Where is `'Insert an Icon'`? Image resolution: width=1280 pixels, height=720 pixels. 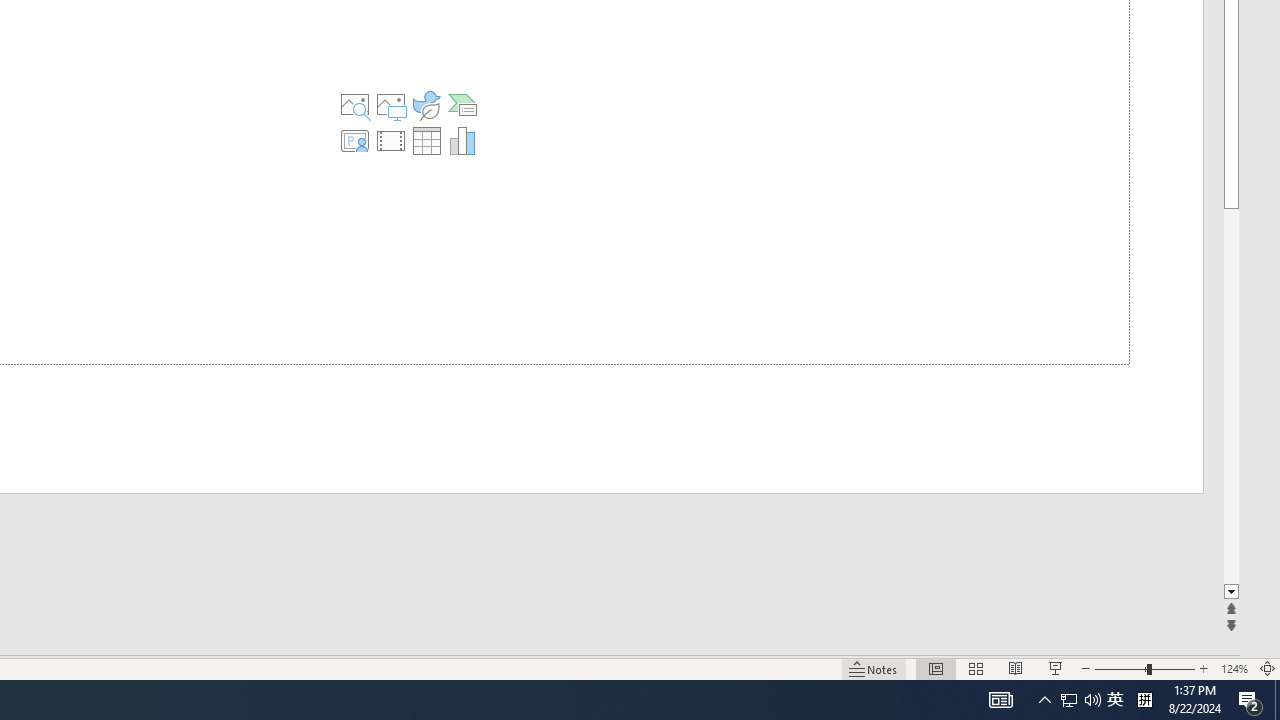 'Insert an Icon' is located at coordinates (425, 105).